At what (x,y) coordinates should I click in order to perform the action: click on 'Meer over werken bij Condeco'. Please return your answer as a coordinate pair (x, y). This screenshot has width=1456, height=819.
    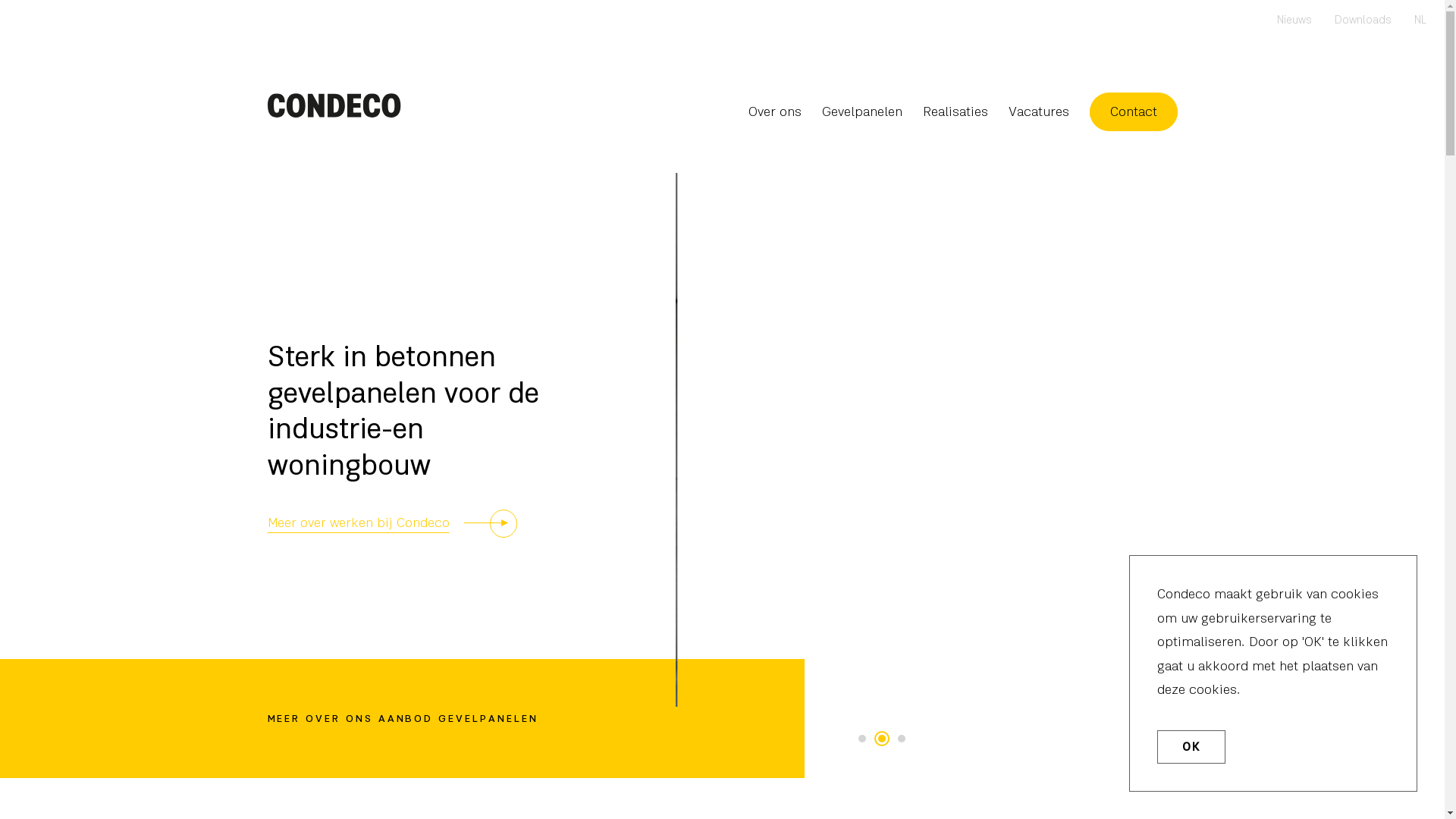
    Looking at the image, I should click on (266, 522).